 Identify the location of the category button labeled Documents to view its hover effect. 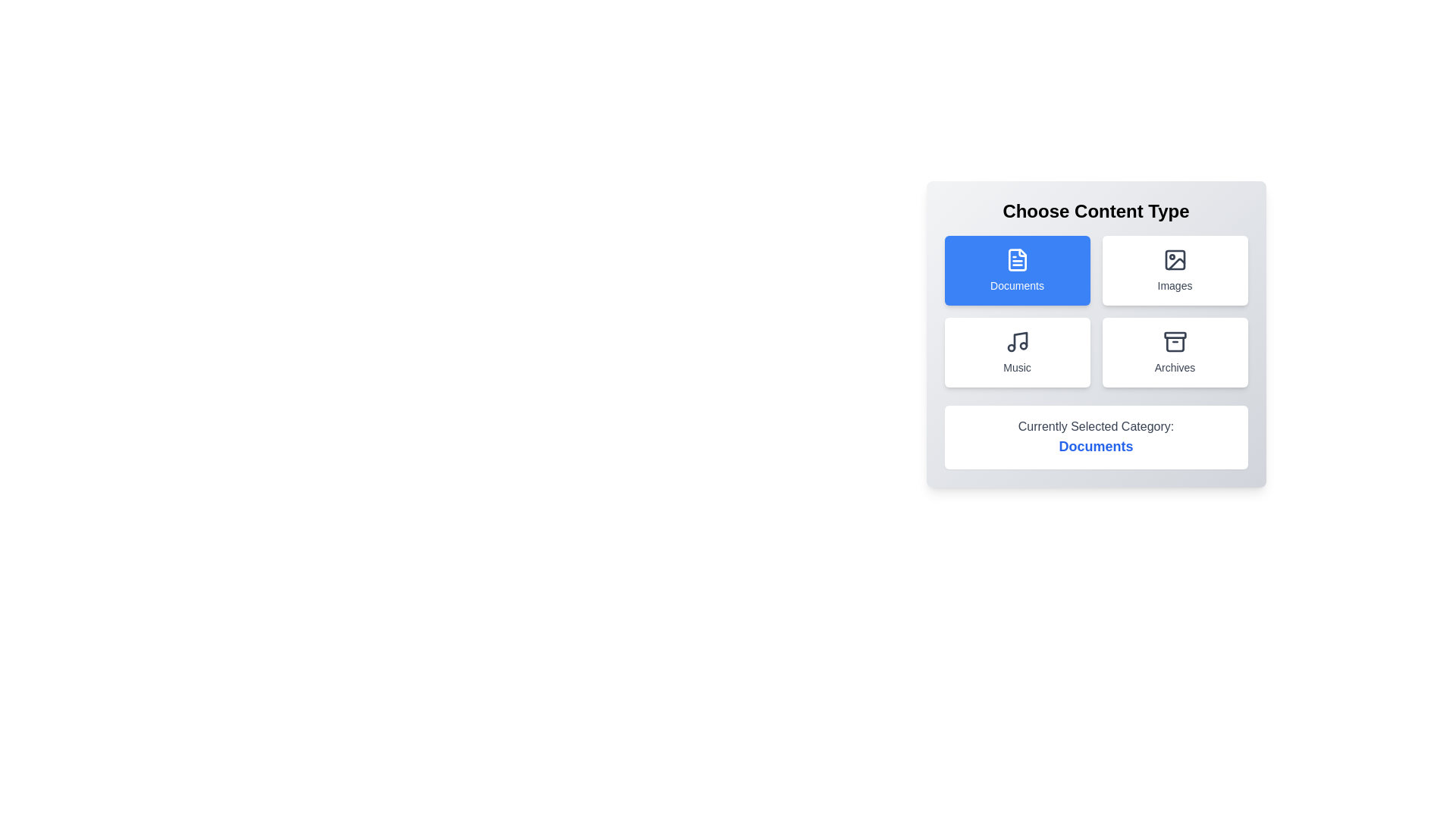
(1017, 270).